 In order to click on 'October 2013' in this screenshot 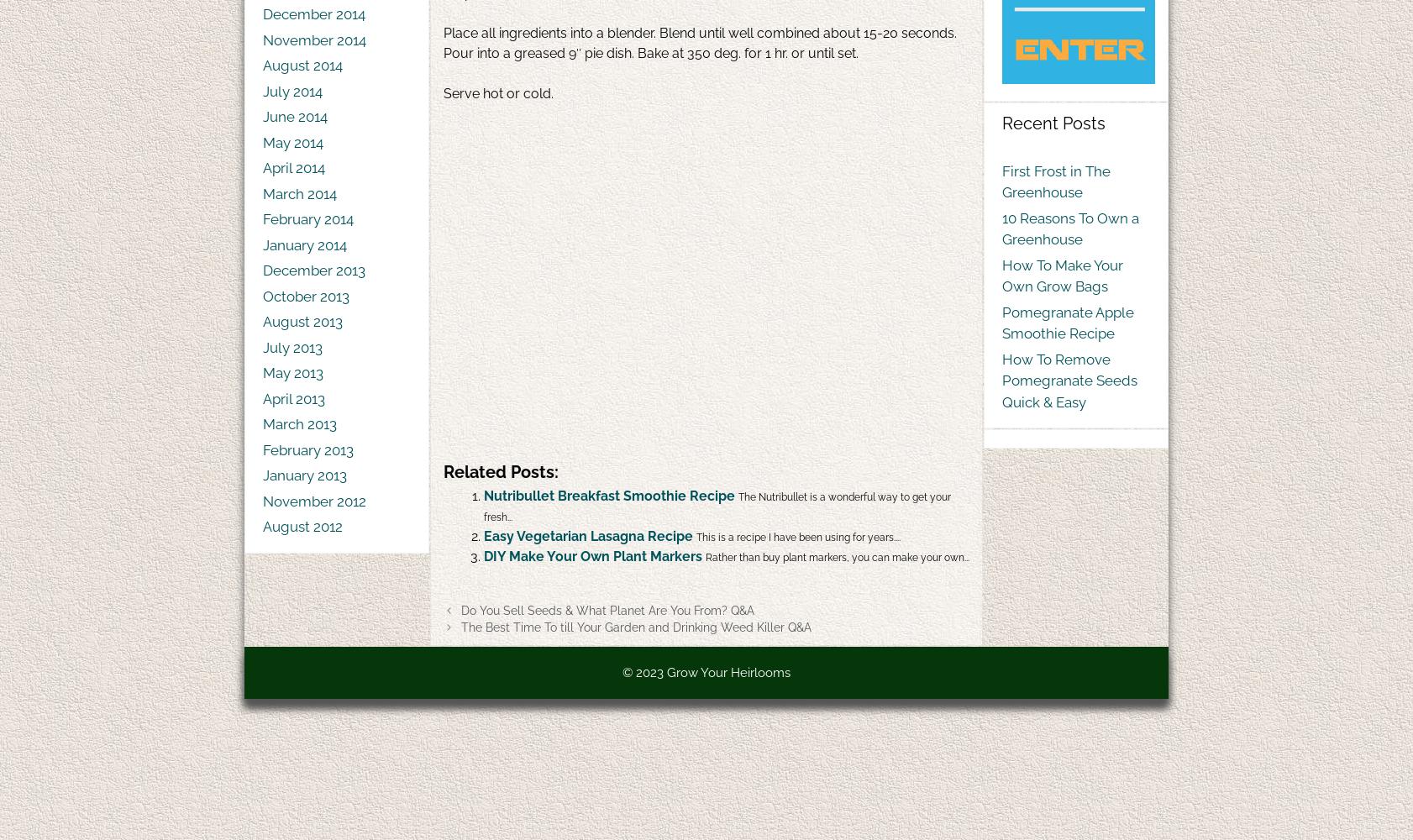, I will do `click(305, 295)`.